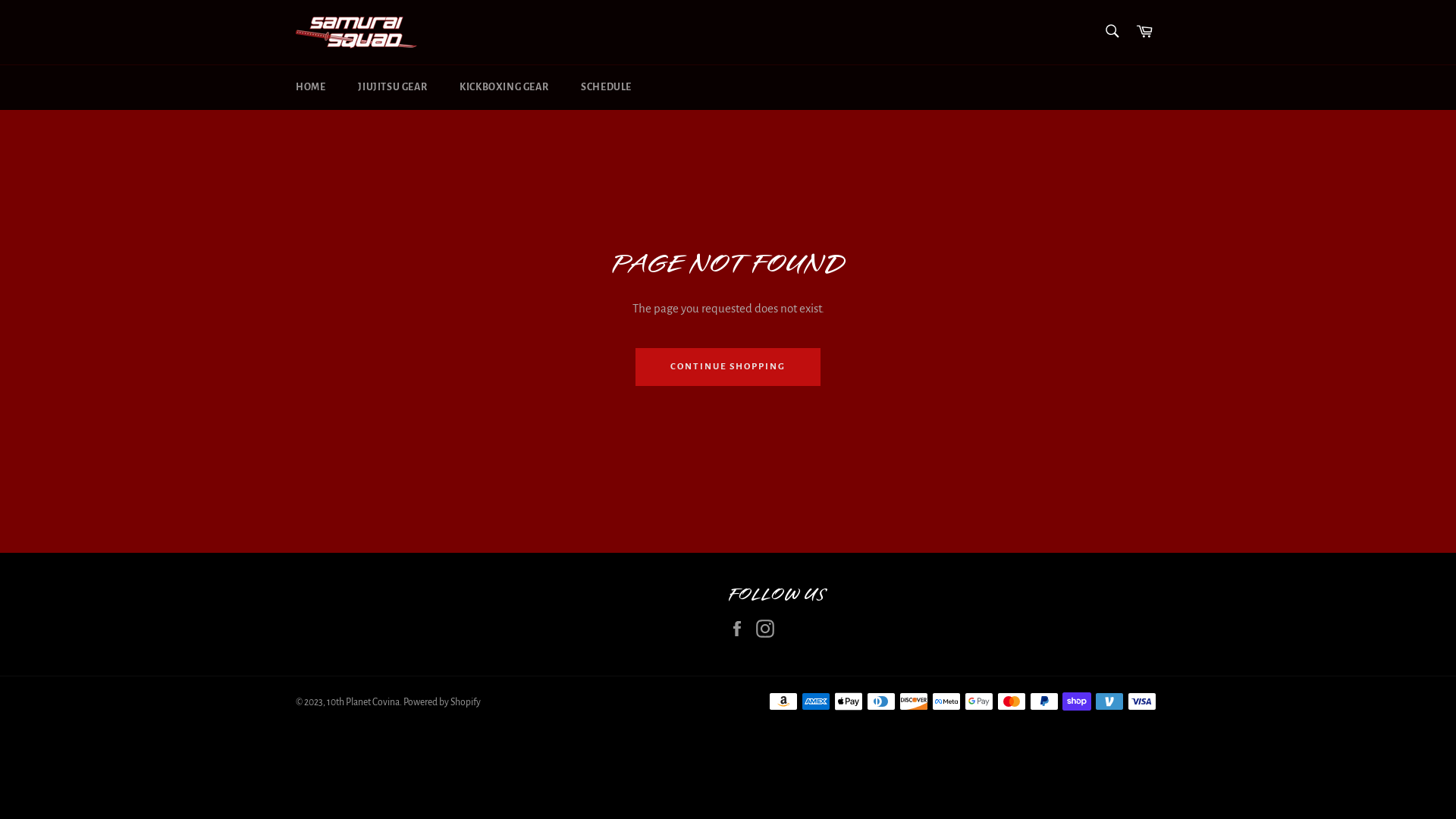 Image resolution: width=1456 pixels, height=819 pixels. I want to click on 'KICKBOXING GEAR', so click(504, 87).